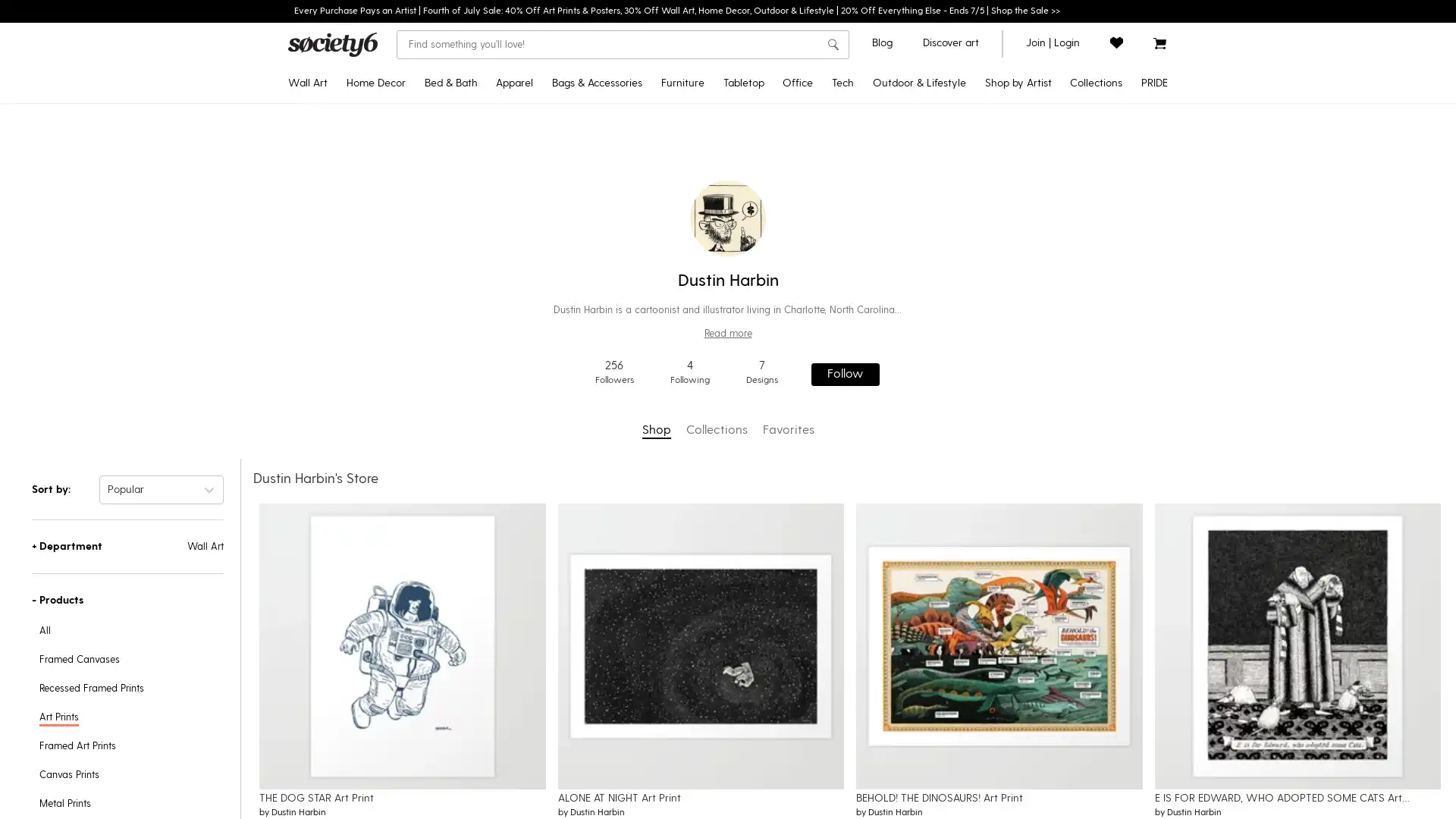 Image resolution: width=1456 pixels, height=819 pixels. I want to click on join or login, so click(1052, 42).